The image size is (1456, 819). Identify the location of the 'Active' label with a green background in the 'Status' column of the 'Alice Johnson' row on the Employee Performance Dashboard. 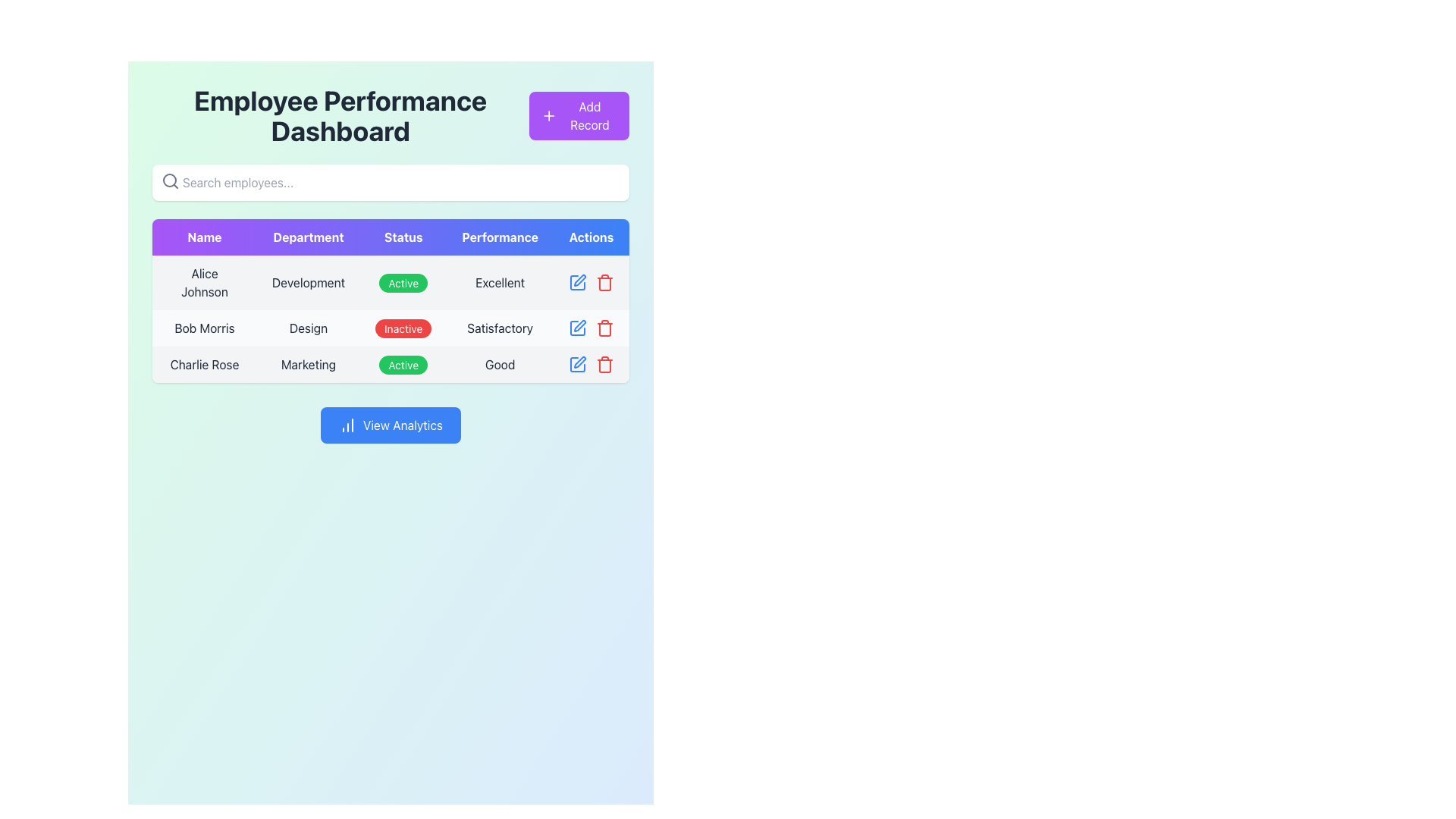
(391, 283).